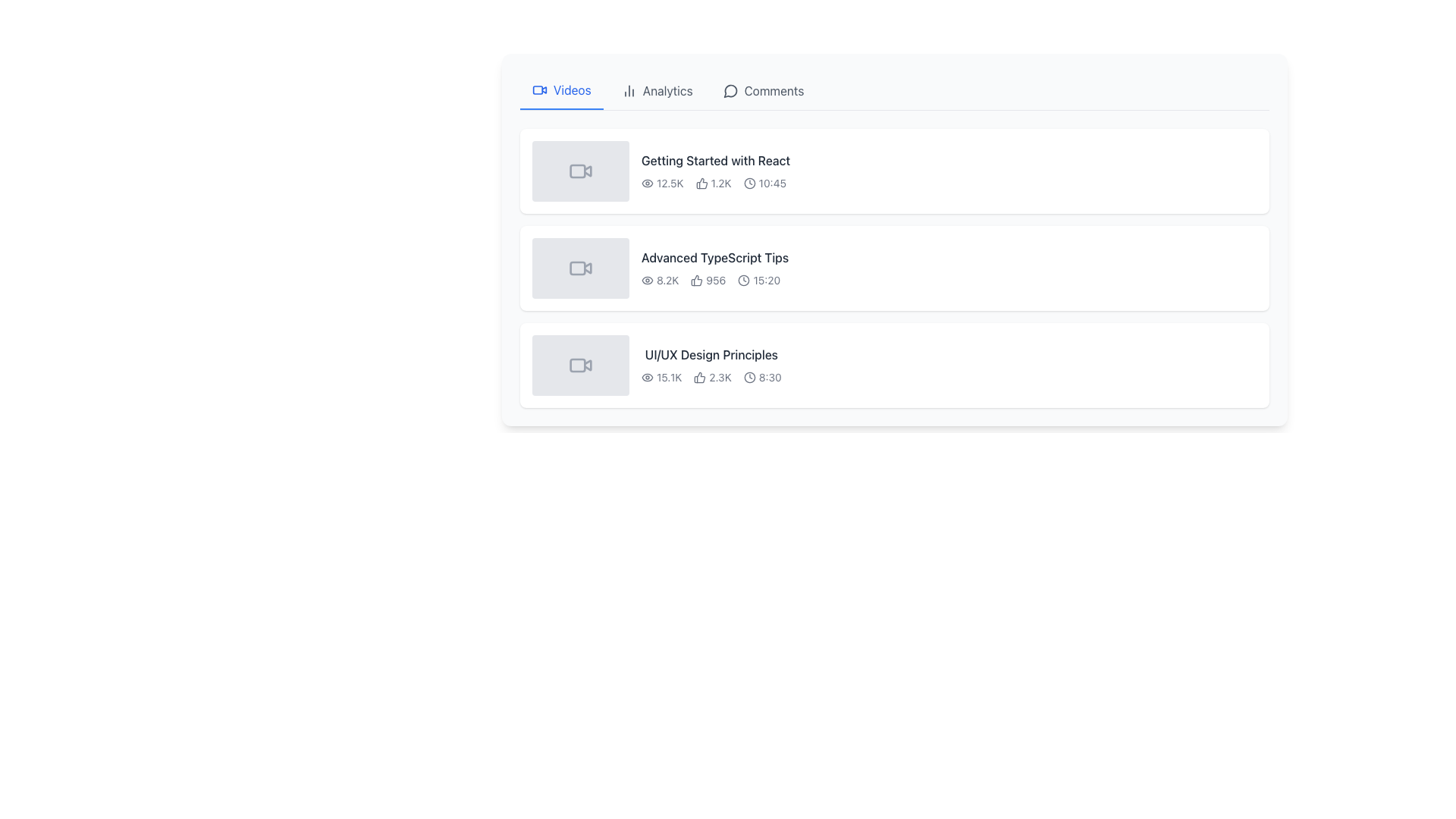  What do you see at coordinates (749, 376) in the screenshot?
I see `the circular shape within the clock icon that visually indicates the duration of the video 'UI/UX Design Principles'` at bounding box center [749, 376].